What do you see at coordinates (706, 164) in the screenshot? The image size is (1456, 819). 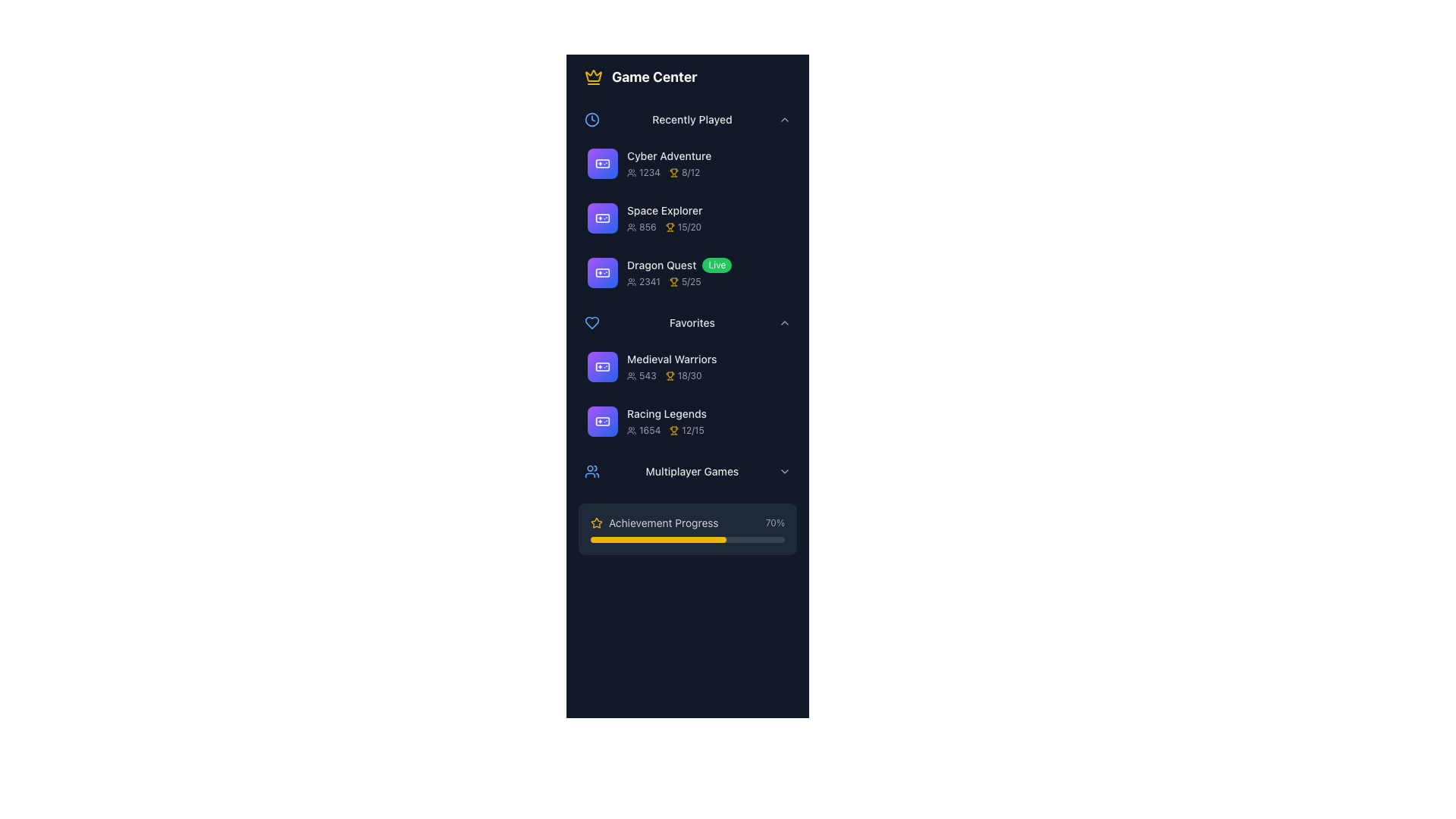 I see `the first list item in the 'Recently Played' category` at bounding box center [706, 164].